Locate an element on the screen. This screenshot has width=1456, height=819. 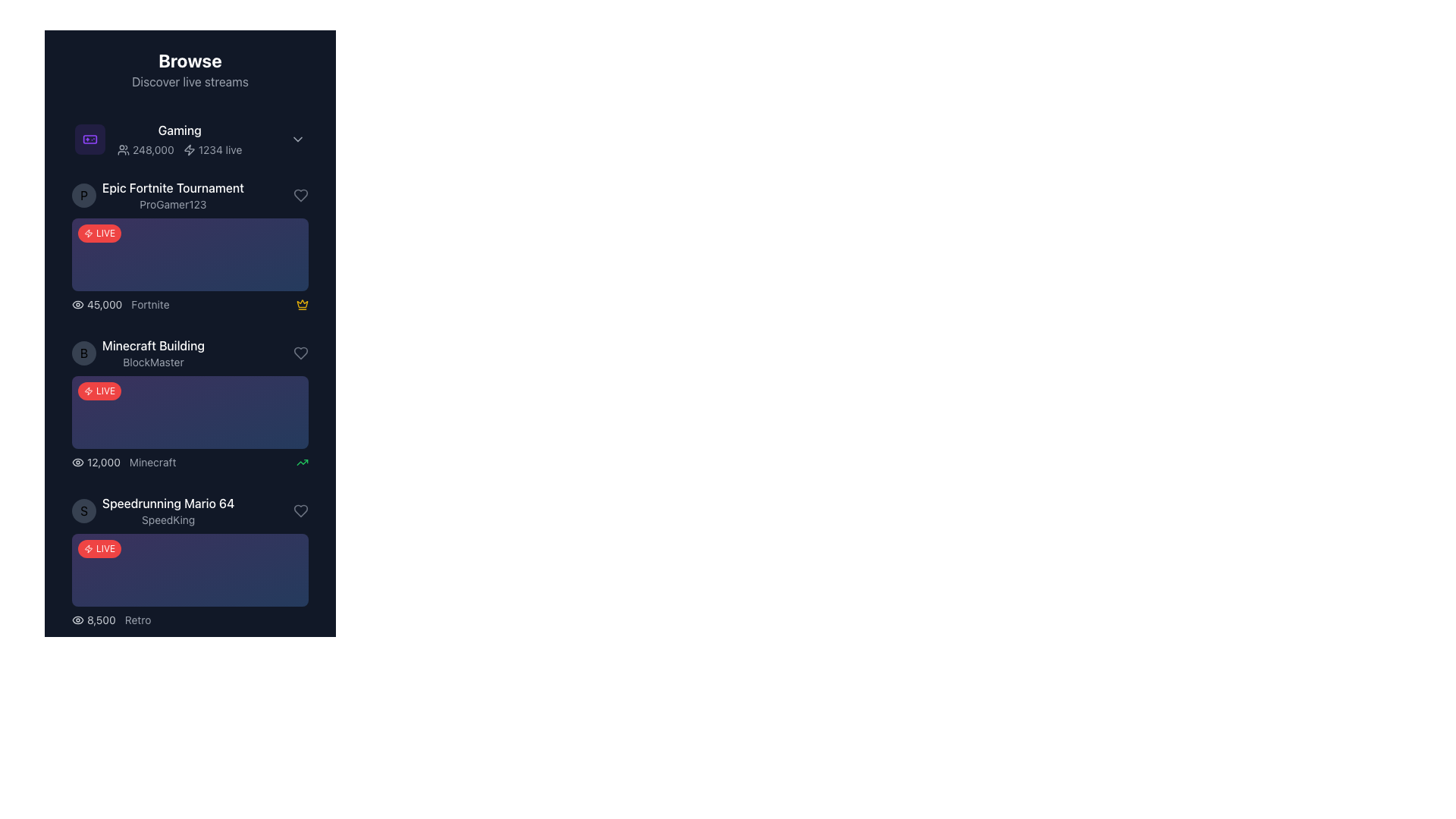
the heart-shaped icon representing the like feature, located at the far-right end of the fourth list item is located at coordinates (301, 511).